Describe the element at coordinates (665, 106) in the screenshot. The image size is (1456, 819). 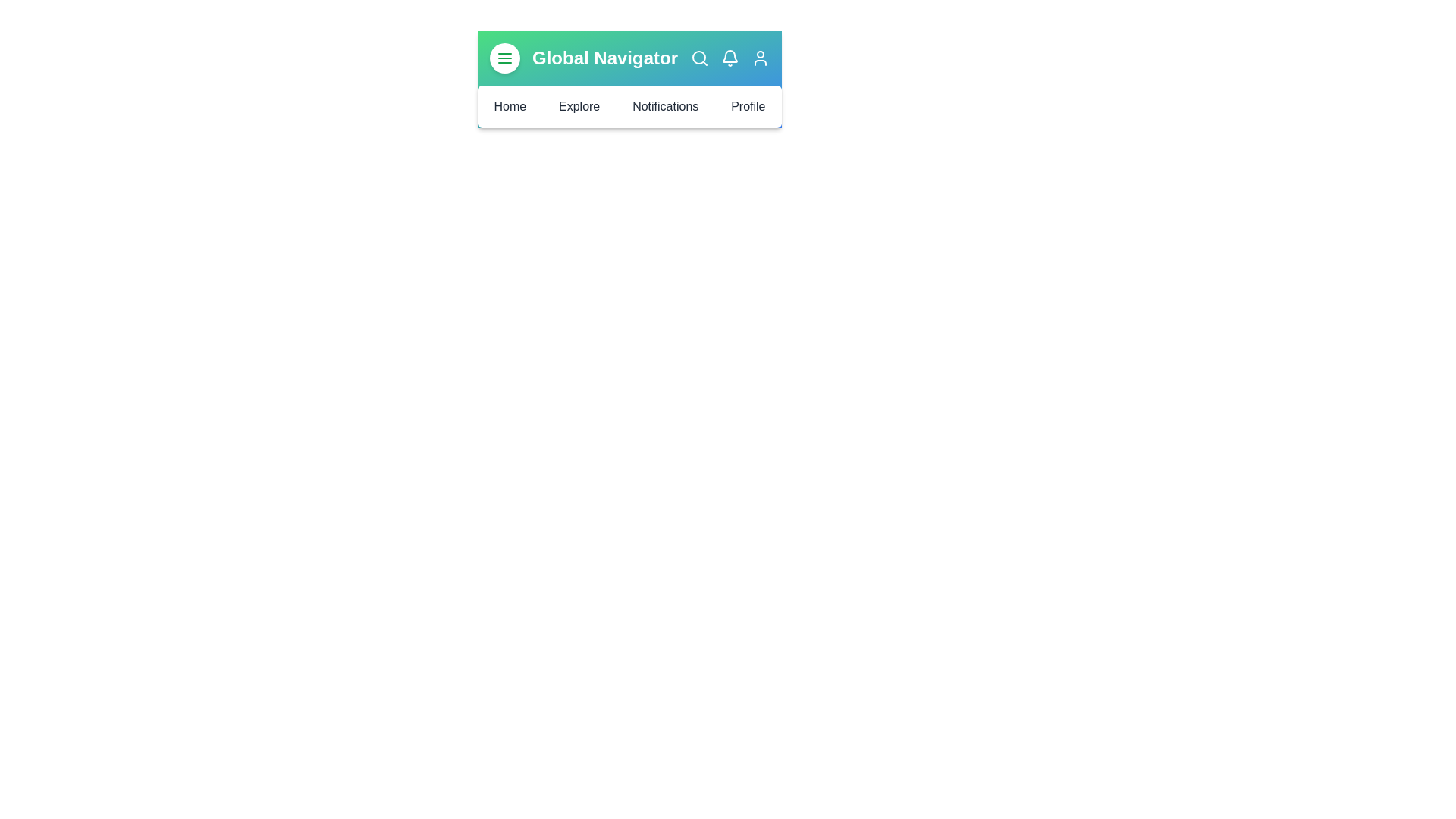
I see `the navigation menu item Notifications to navigate to the corresponding section` at that location.